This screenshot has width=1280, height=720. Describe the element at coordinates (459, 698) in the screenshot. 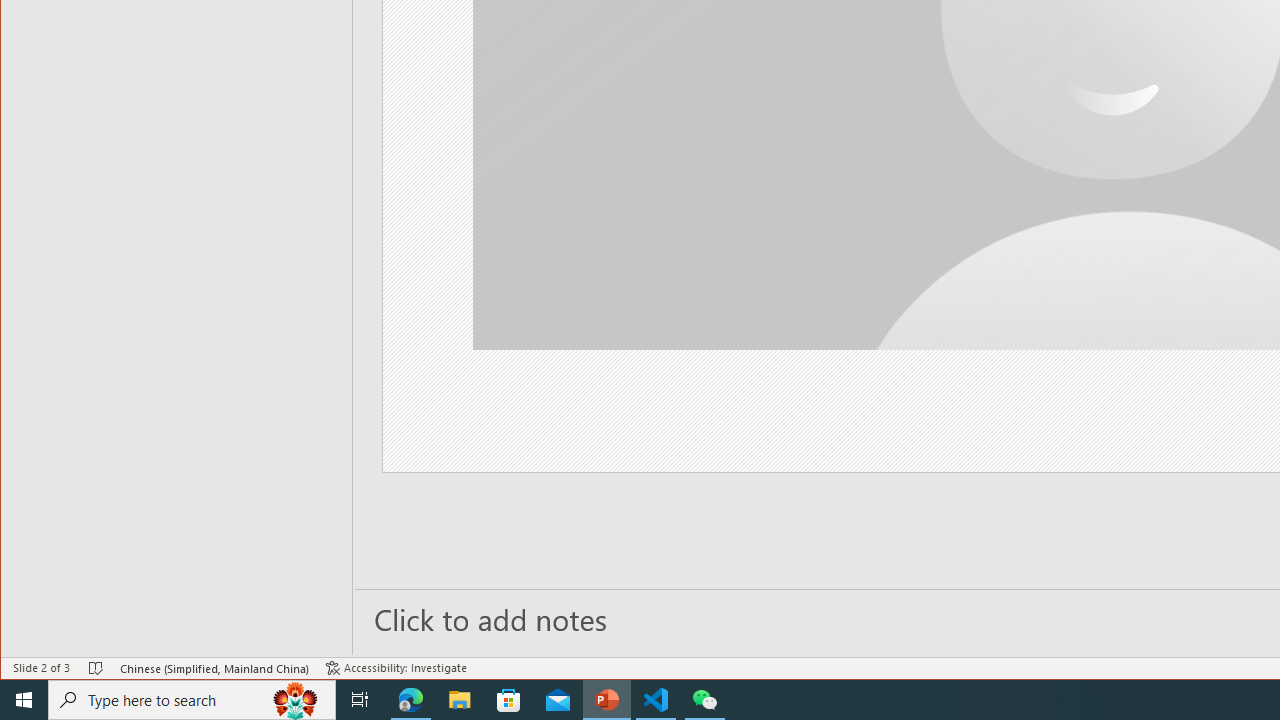

I see `'File Explorer'` at that location.